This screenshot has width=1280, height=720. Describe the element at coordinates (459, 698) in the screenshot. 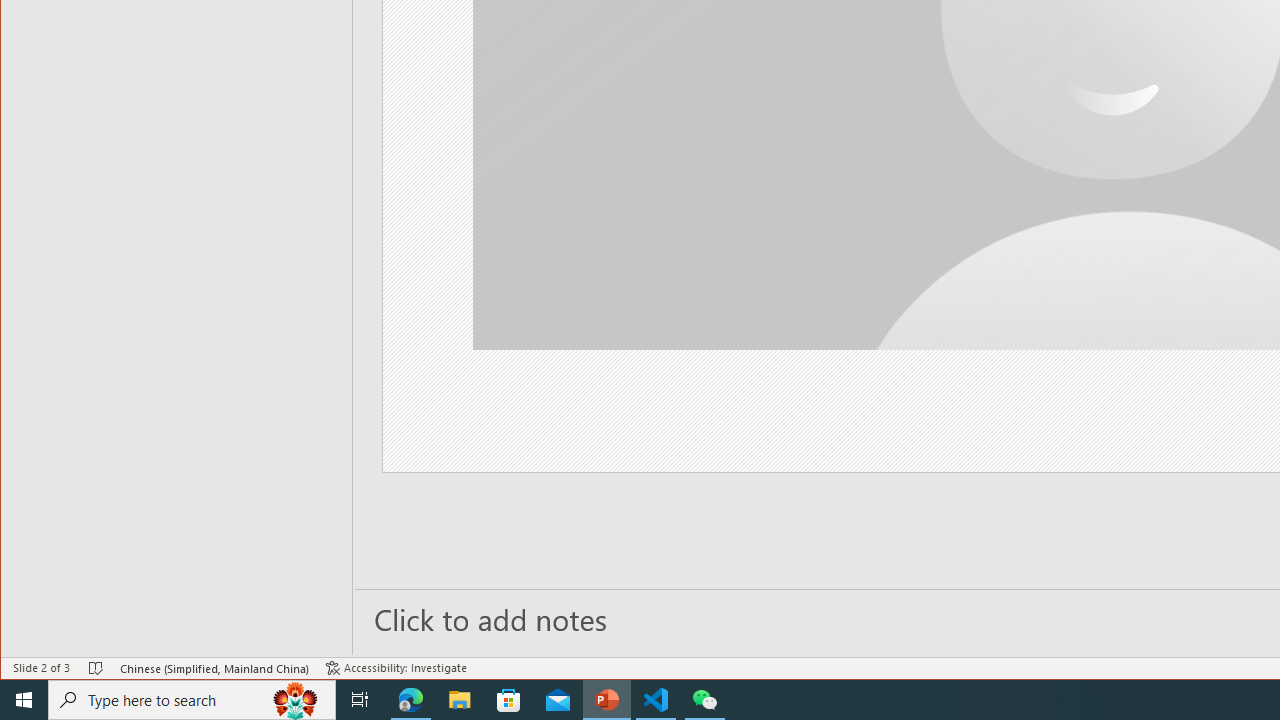

I see `'File Explorer'` at that location.